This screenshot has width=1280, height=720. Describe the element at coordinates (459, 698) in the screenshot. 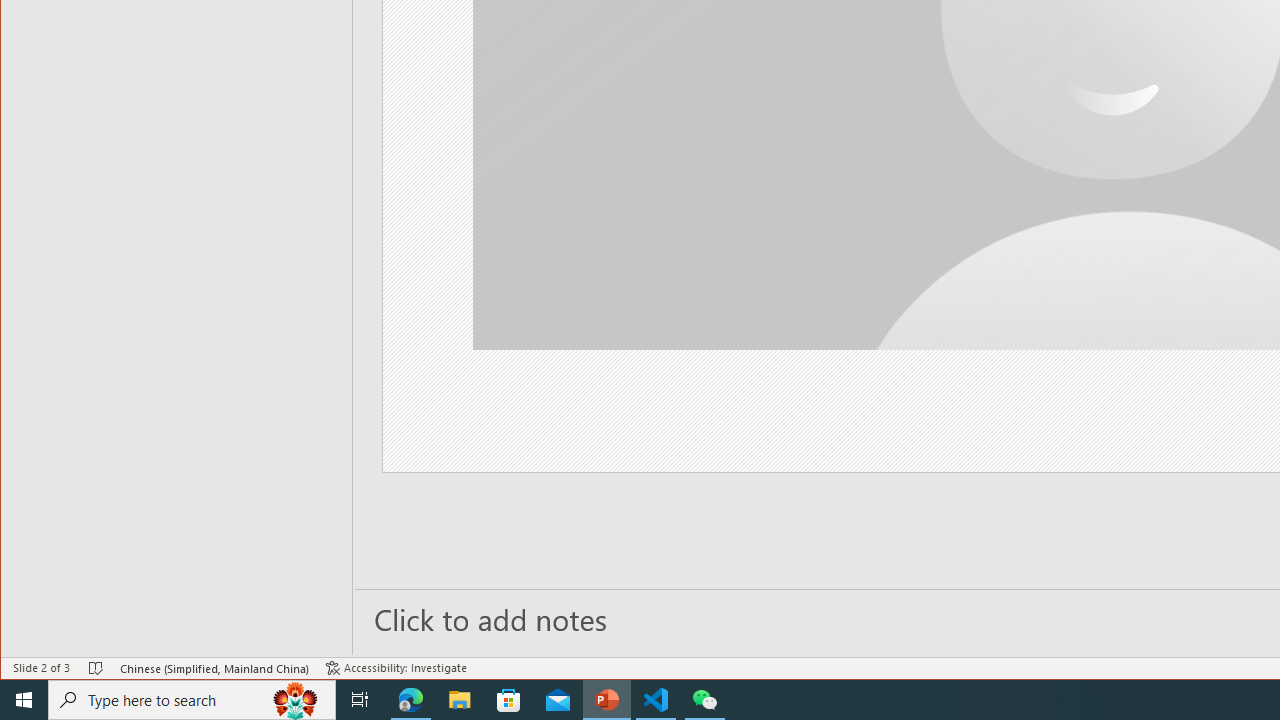

I see `'File Explorer'` at that location.